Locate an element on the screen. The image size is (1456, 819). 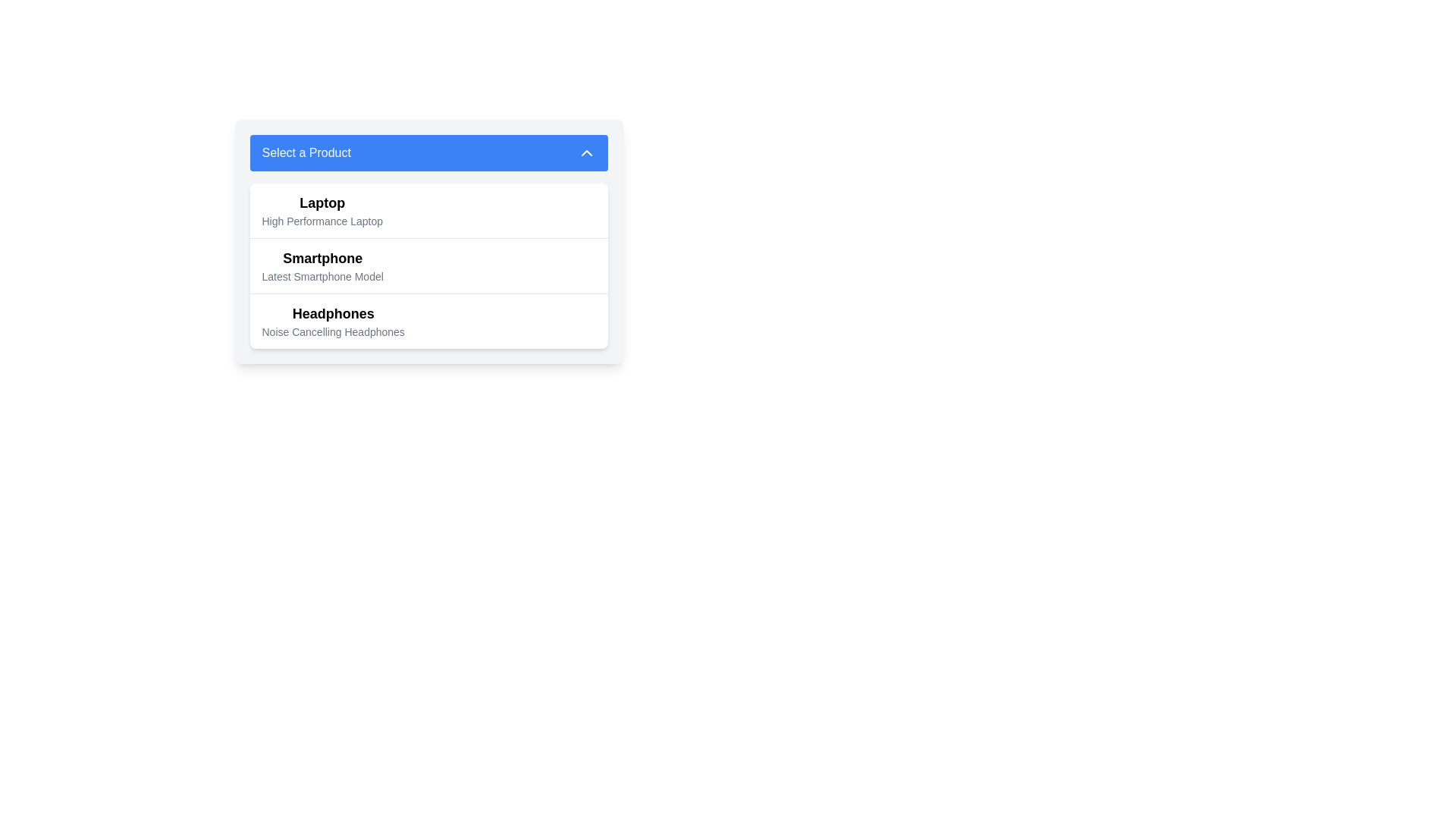
the upward-pointing chevron icon located on the right side of the 'Select a Product' header is located at coordinates (585, 152).